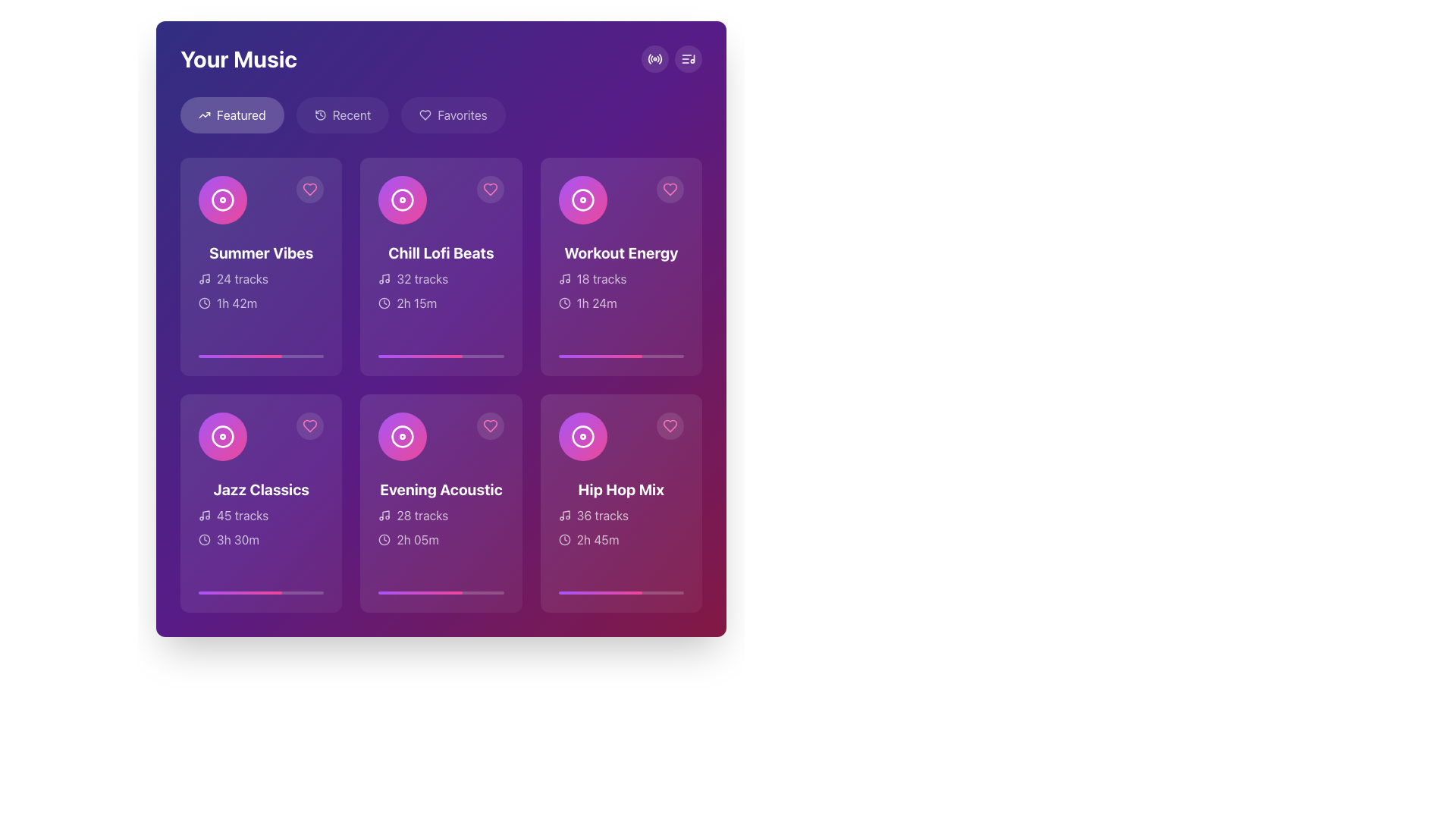 The image size is (1456, 819). I want to click on the circular button with a gradient background transitioning from purple to pink, which contains a white disc icon in its center, located in the top-left corner of the 'Hip Hop Mix' card, so click(582, 436).